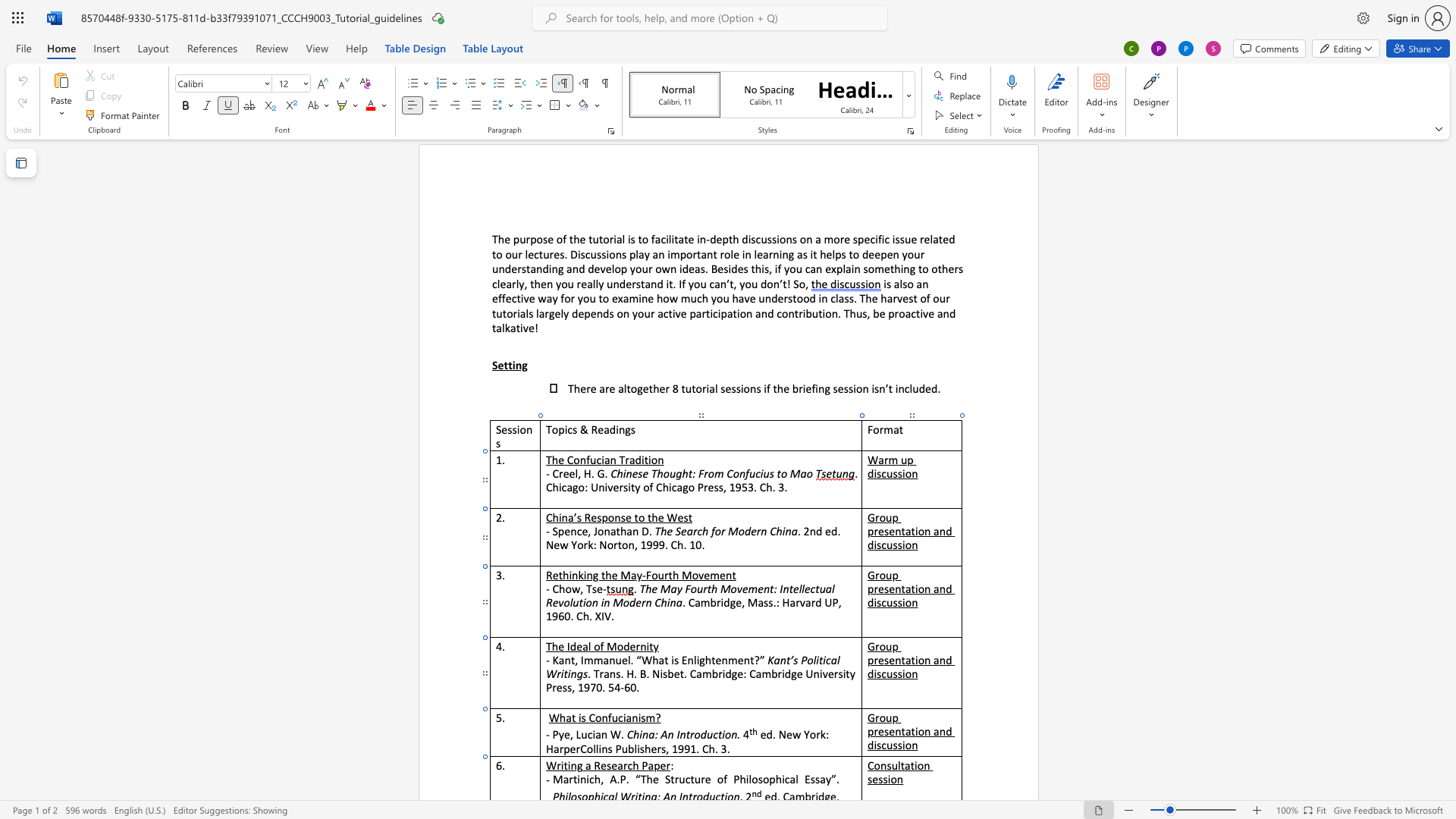 The height and width of the screenshot is (819, 1456). What do you see at coordinates (580, 779) in the screenshot?
I see `the space between the continuous character "i" and "n" in the text` at bounding box center [580, 779].